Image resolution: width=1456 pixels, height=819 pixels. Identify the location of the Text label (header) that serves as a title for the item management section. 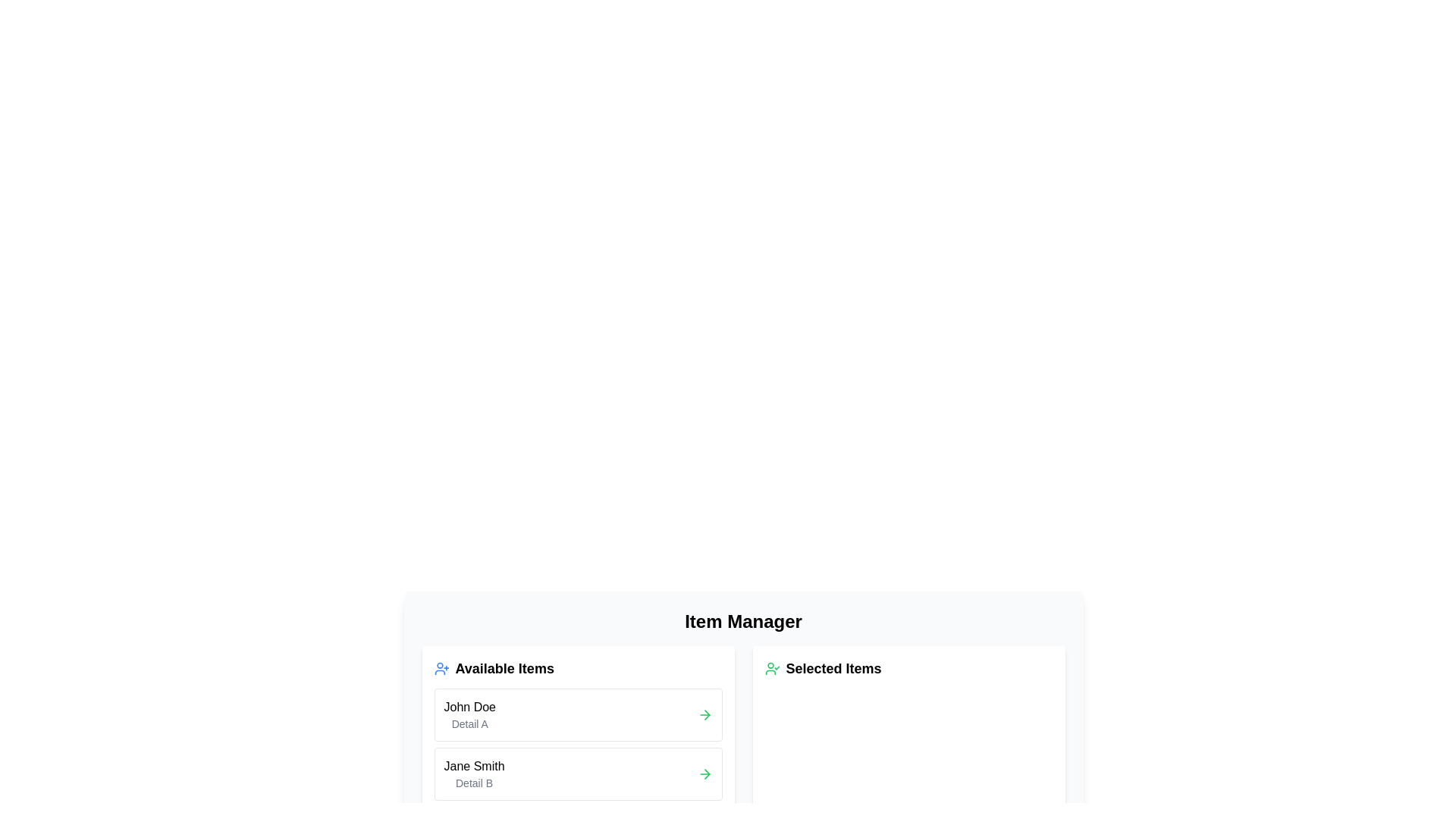
(743, 622).